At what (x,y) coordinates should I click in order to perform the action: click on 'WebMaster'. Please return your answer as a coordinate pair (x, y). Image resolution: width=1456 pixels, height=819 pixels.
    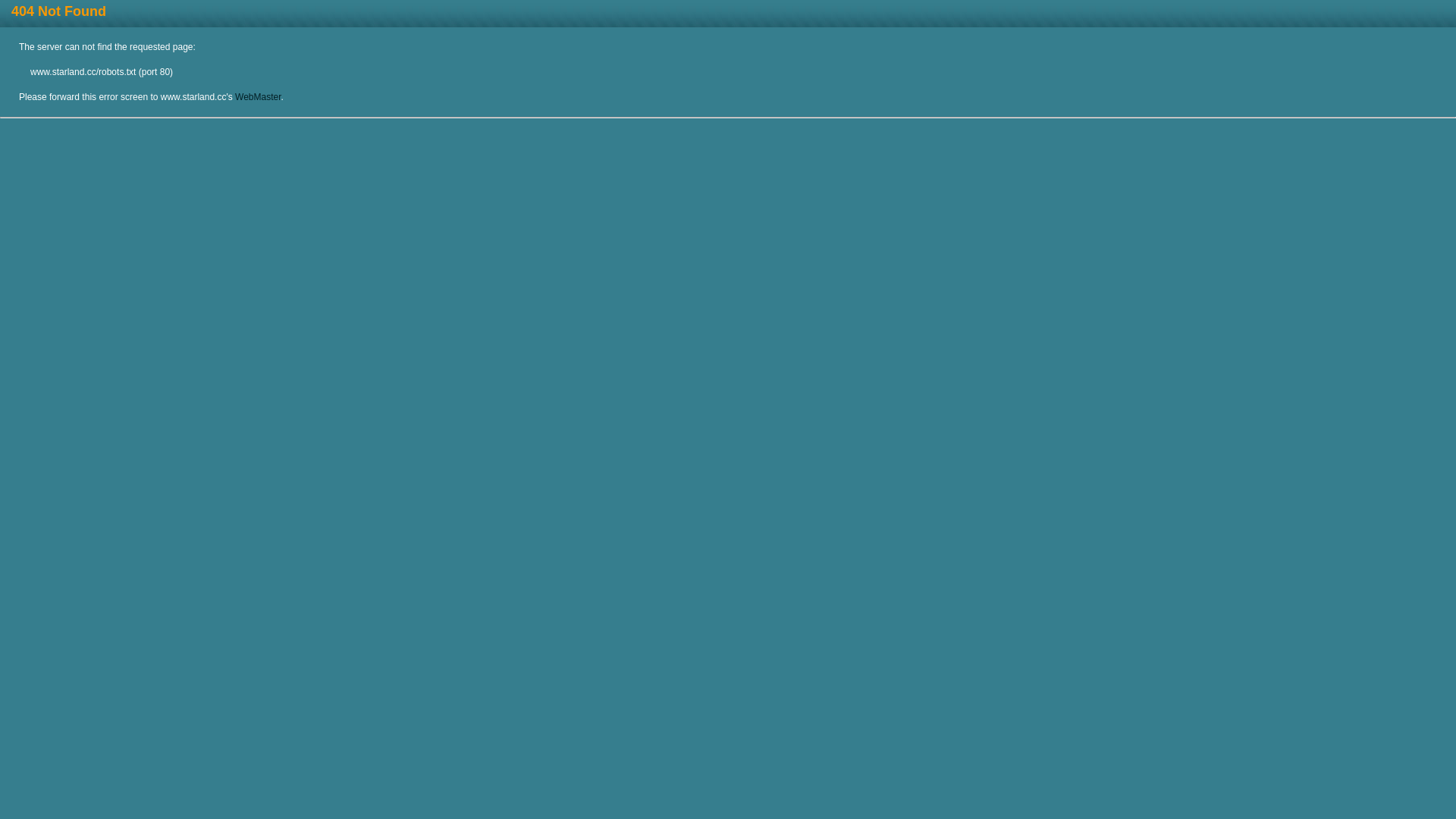
    Looking at the image, I should click on (258, 96).